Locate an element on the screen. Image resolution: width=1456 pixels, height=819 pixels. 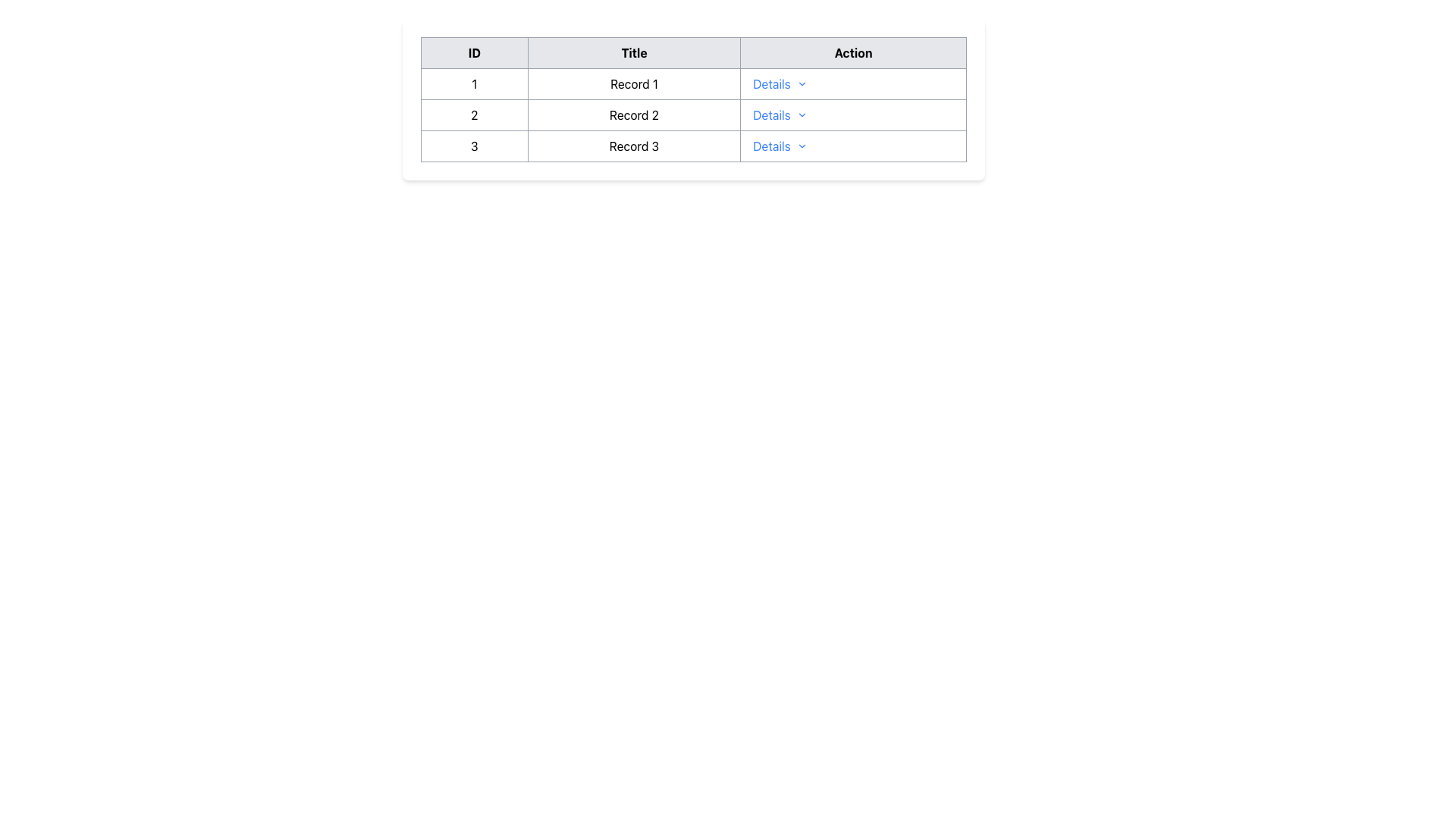
the downward chevron icon next to the 'Details' text in the first row is located at coordinates (801, 84).